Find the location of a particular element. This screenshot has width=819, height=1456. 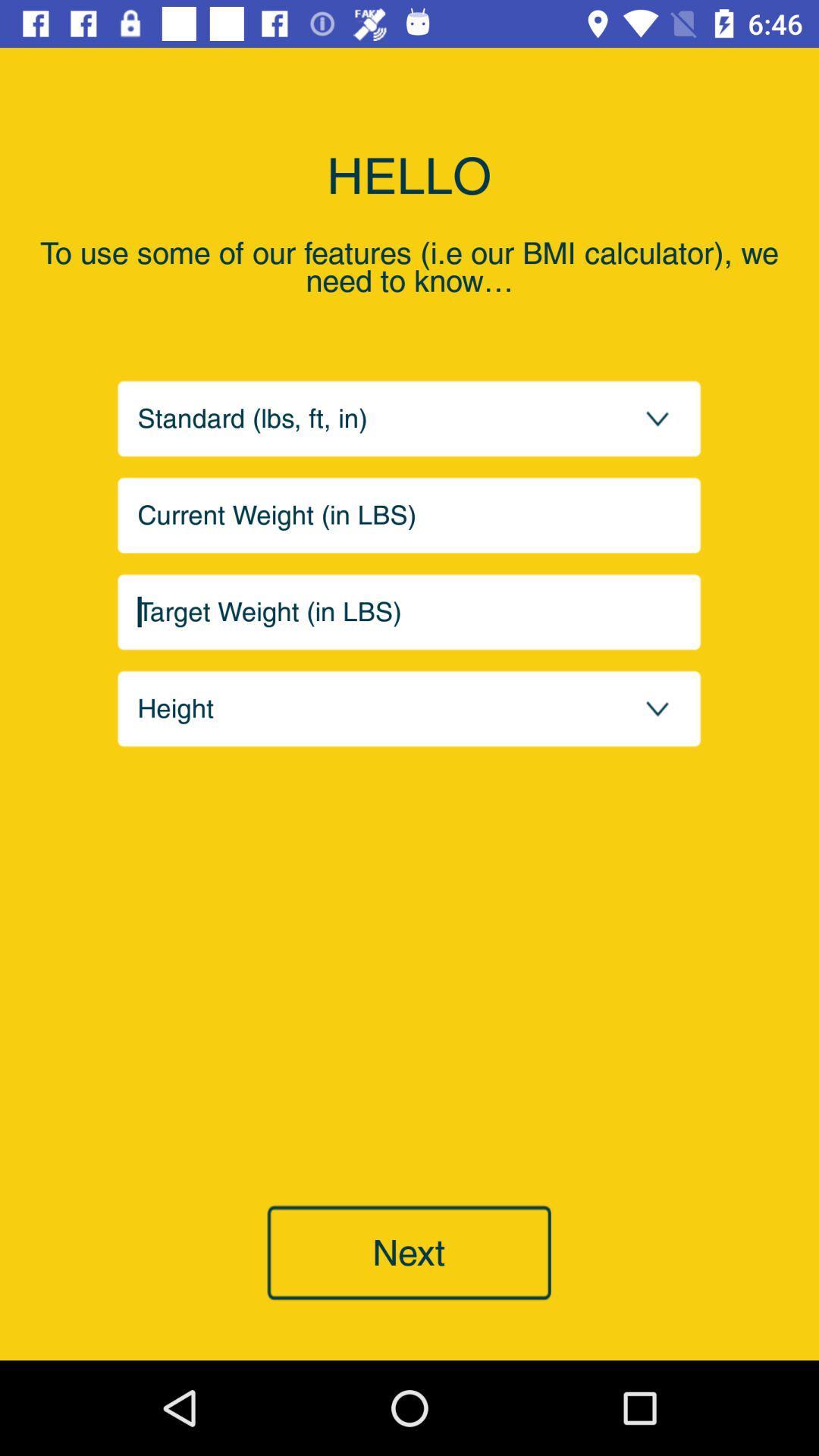

body height option is located at coordinates (409, 708).